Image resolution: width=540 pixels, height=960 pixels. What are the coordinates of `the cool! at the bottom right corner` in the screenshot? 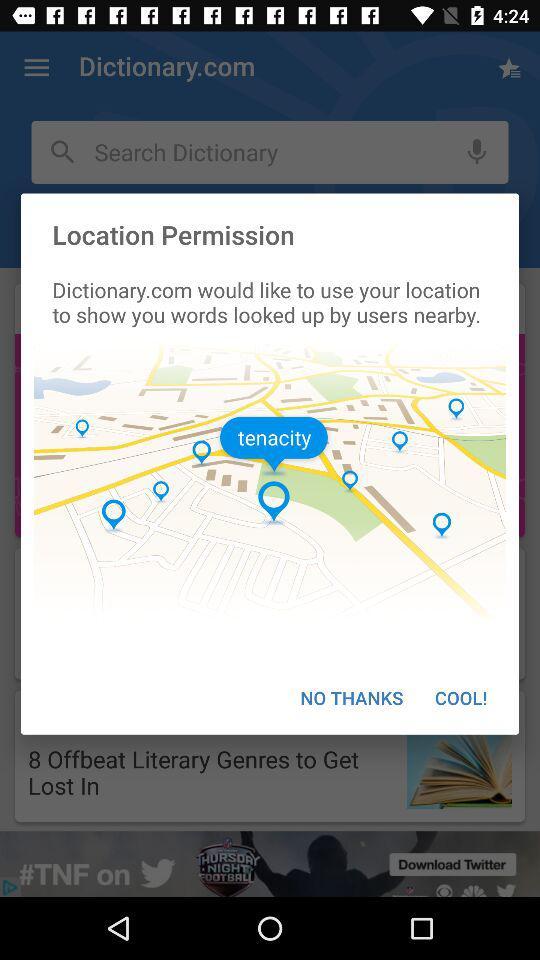 It's located at (461, 697).